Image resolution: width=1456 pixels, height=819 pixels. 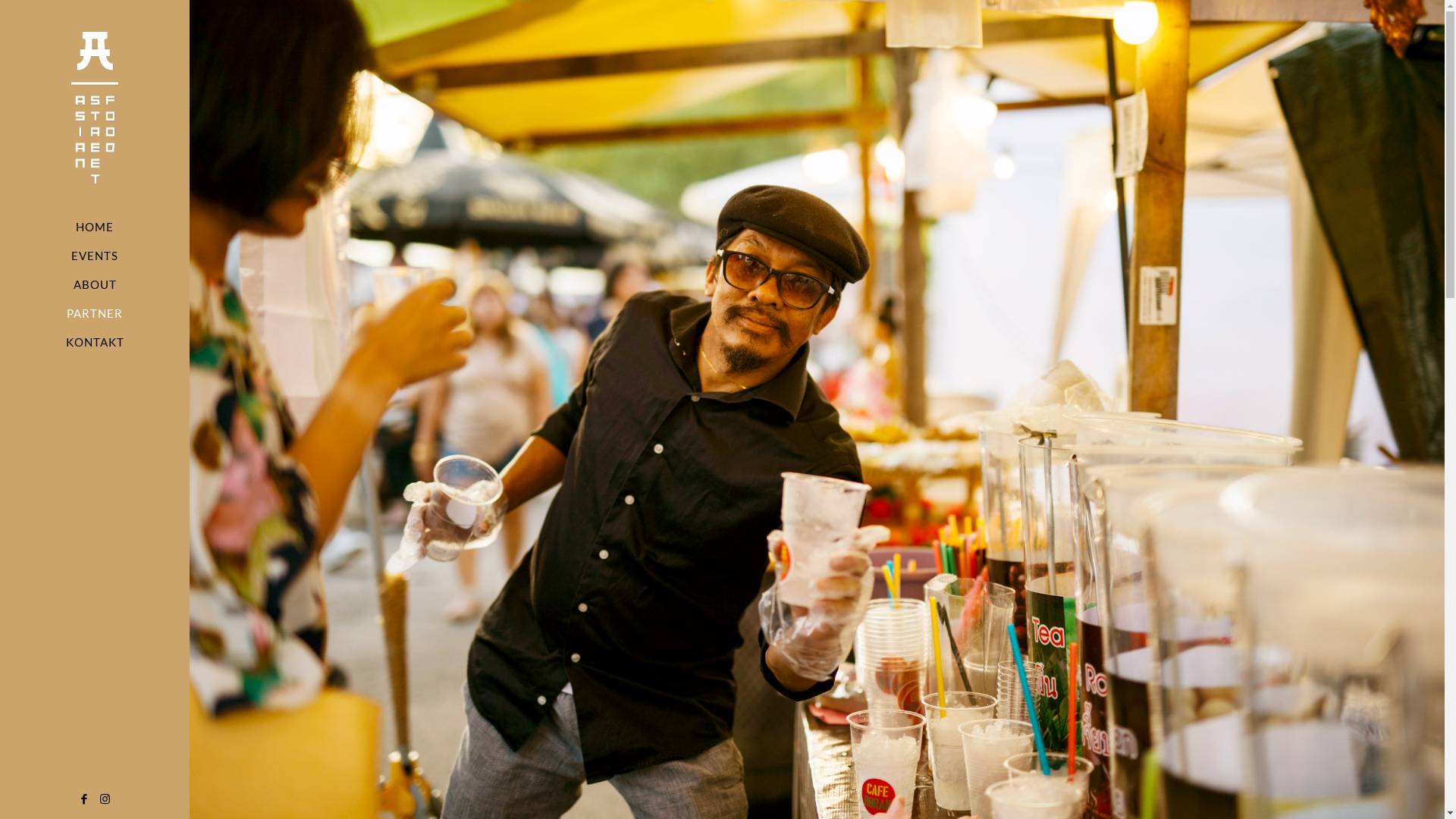 I want to click on 'Instagram', so click(x=104, y=798).